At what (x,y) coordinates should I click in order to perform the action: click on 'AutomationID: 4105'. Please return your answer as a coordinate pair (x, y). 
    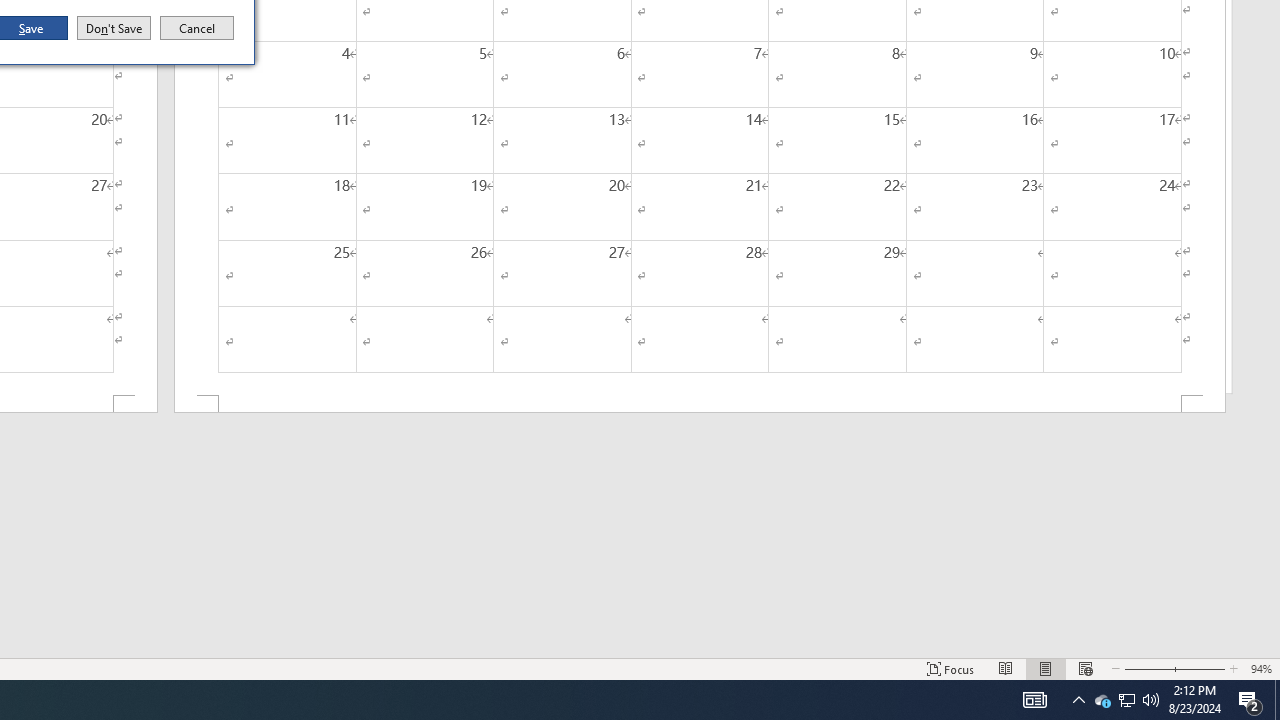
    Looking at the image, I should click on (1034, 698).